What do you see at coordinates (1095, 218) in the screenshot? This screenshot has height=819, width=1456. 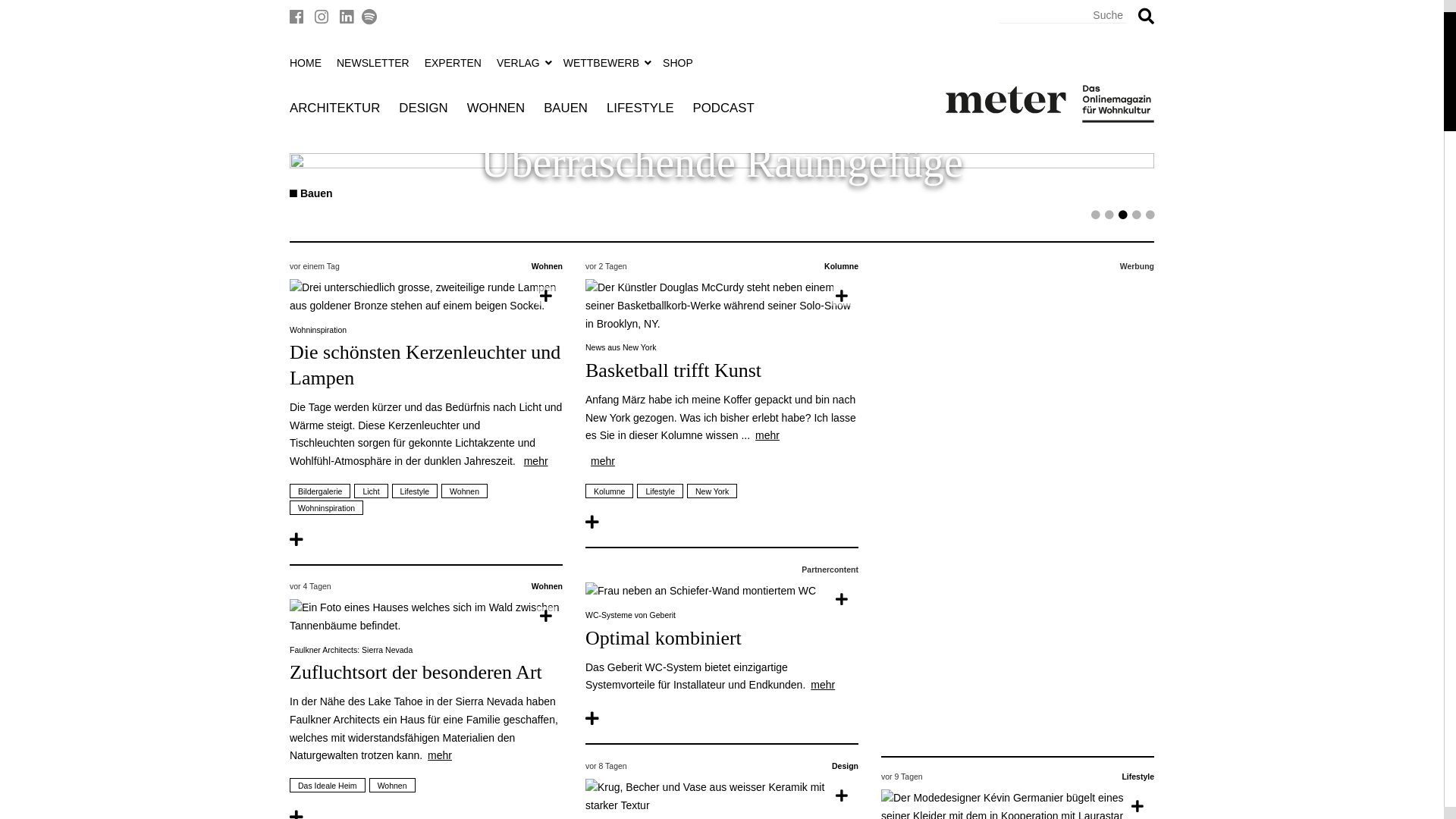 I see `'1'` at bounding box center [1095, 218].